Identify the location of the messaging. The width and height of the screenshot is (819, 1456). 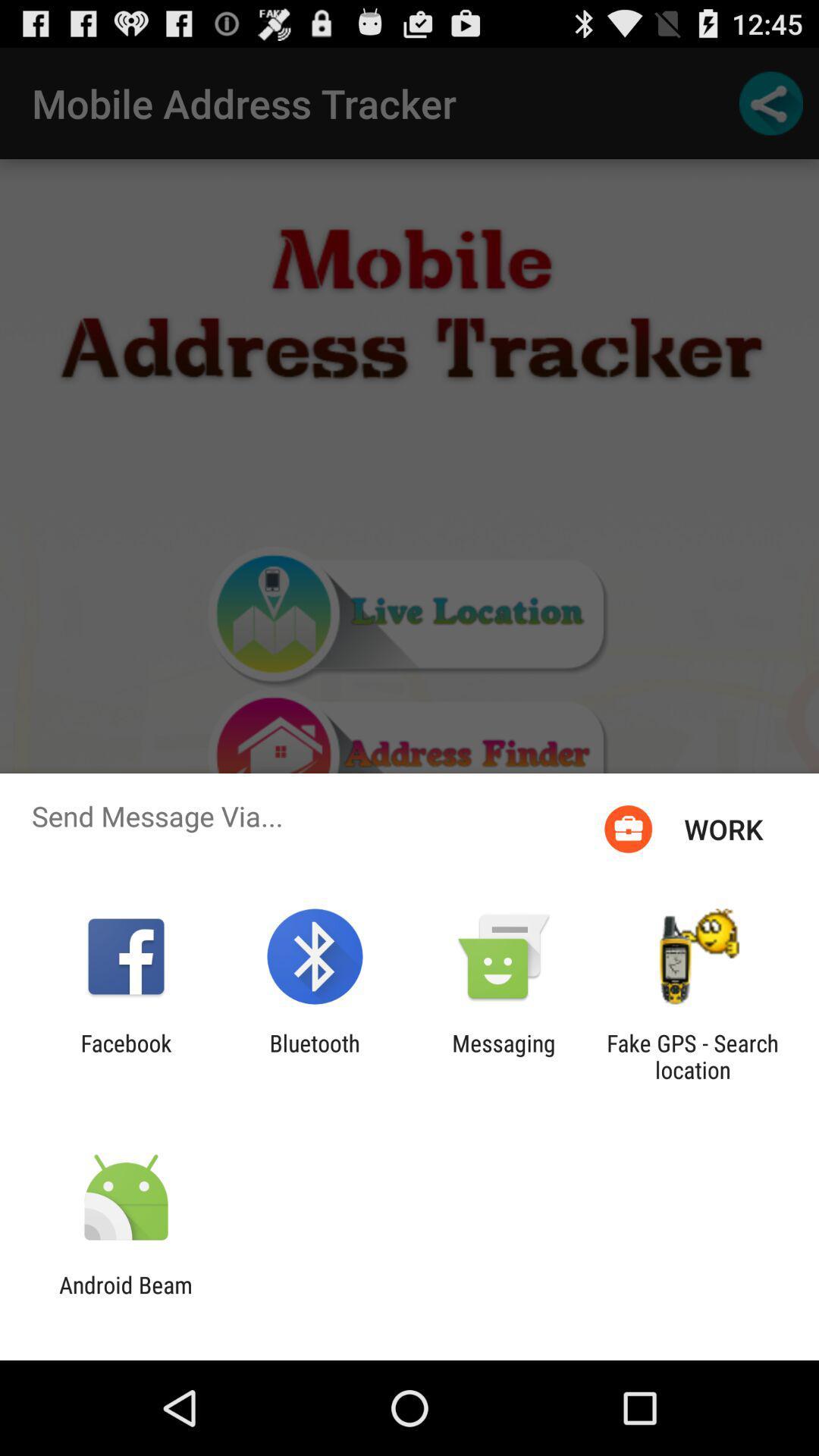
(504, 1056).